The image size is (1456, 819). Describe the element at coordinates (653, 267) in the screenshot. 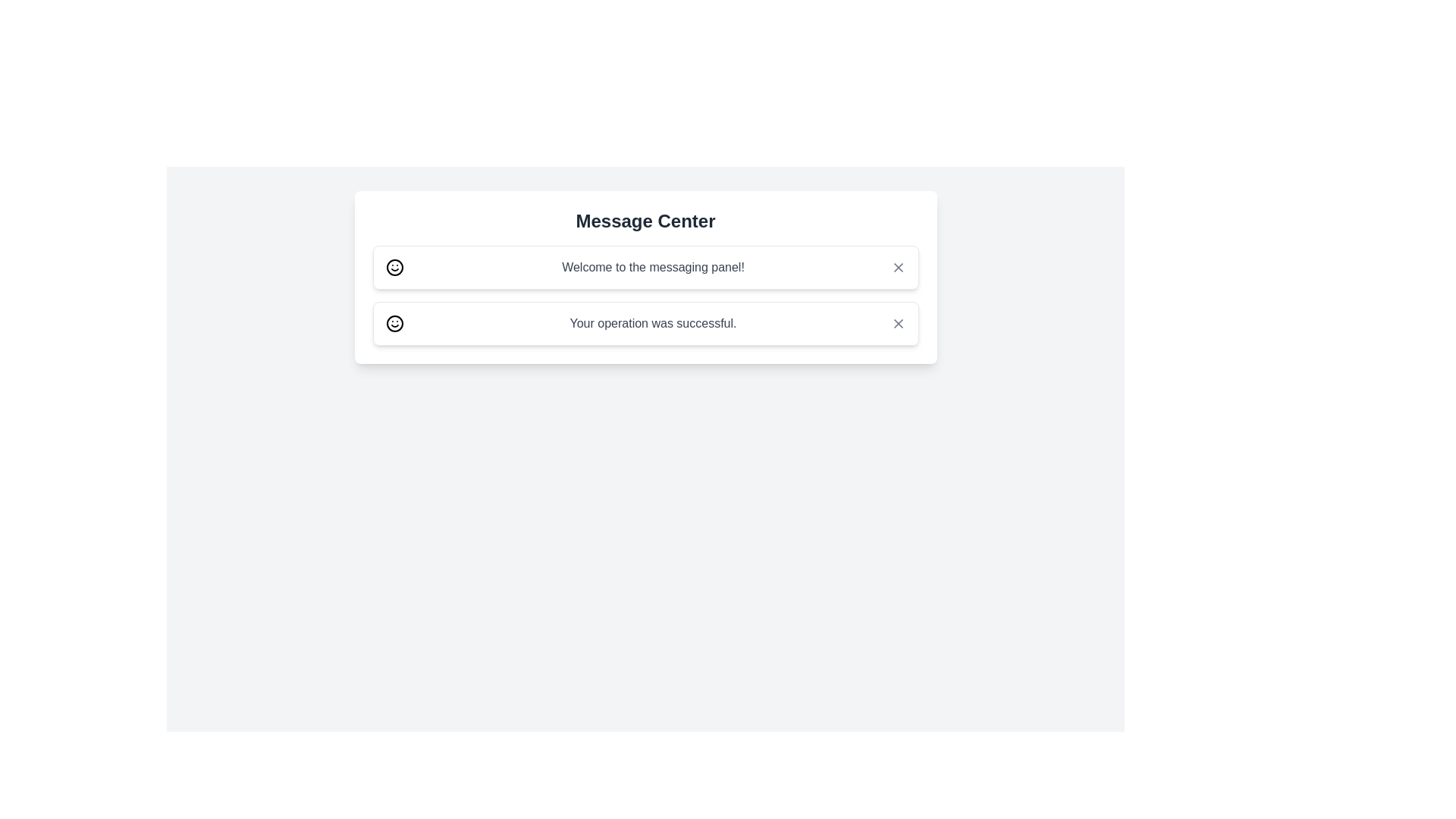

I see `the text label displaying 'Welcome to the messaging panel!' which is centrally aligned in the first notification panel of the 'Message Center'` at that location.